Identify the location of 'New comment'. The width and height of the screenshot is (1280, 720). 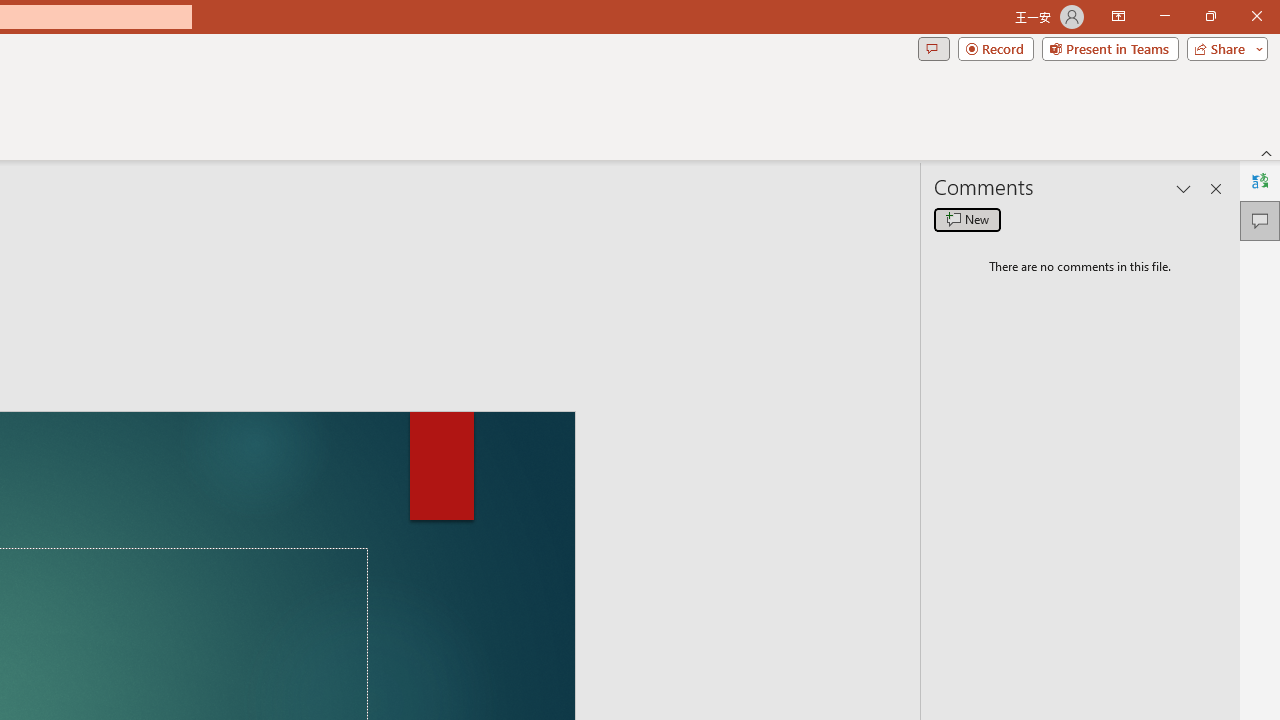
(967, 219).